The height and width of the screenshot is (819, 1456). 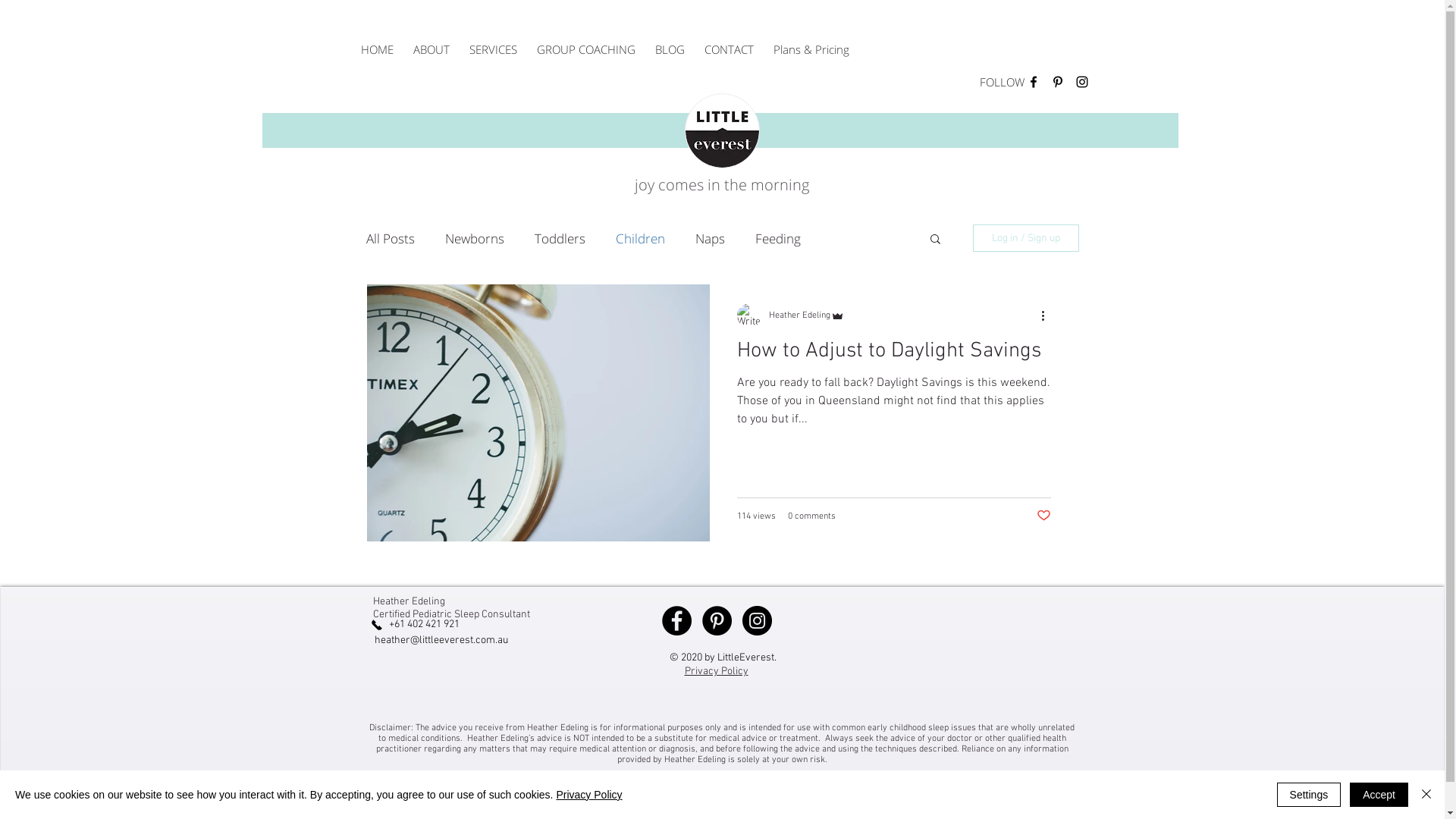 I want to click on 'Accept', so click(x=1379, y=794).